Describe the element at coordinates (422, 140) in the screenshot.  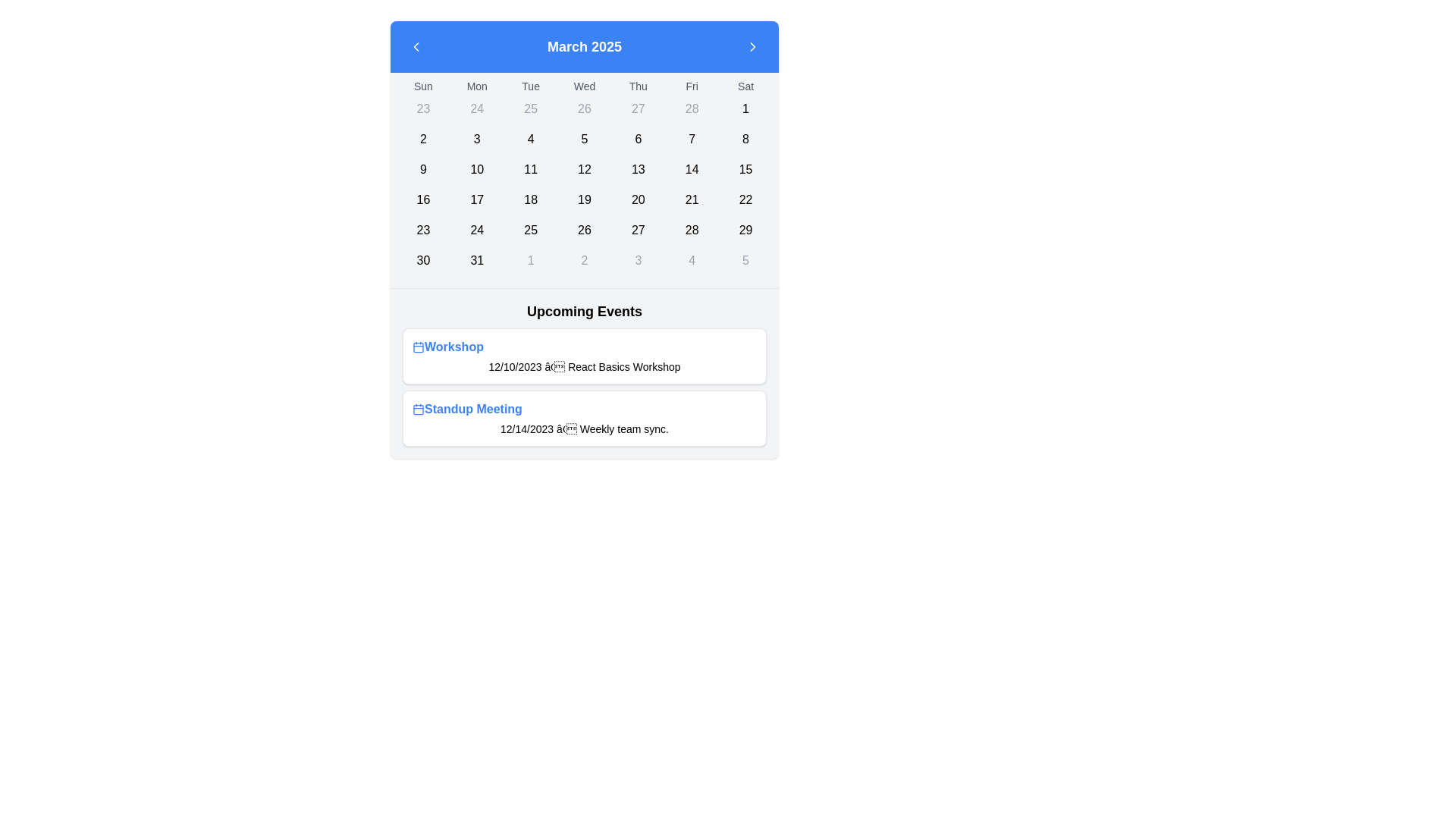
I see `the button displaying the number '2', which is styled with rounded corners and centered text, located in the second cell of the second row of a calendar grid below the header 'Sun'` at that location.